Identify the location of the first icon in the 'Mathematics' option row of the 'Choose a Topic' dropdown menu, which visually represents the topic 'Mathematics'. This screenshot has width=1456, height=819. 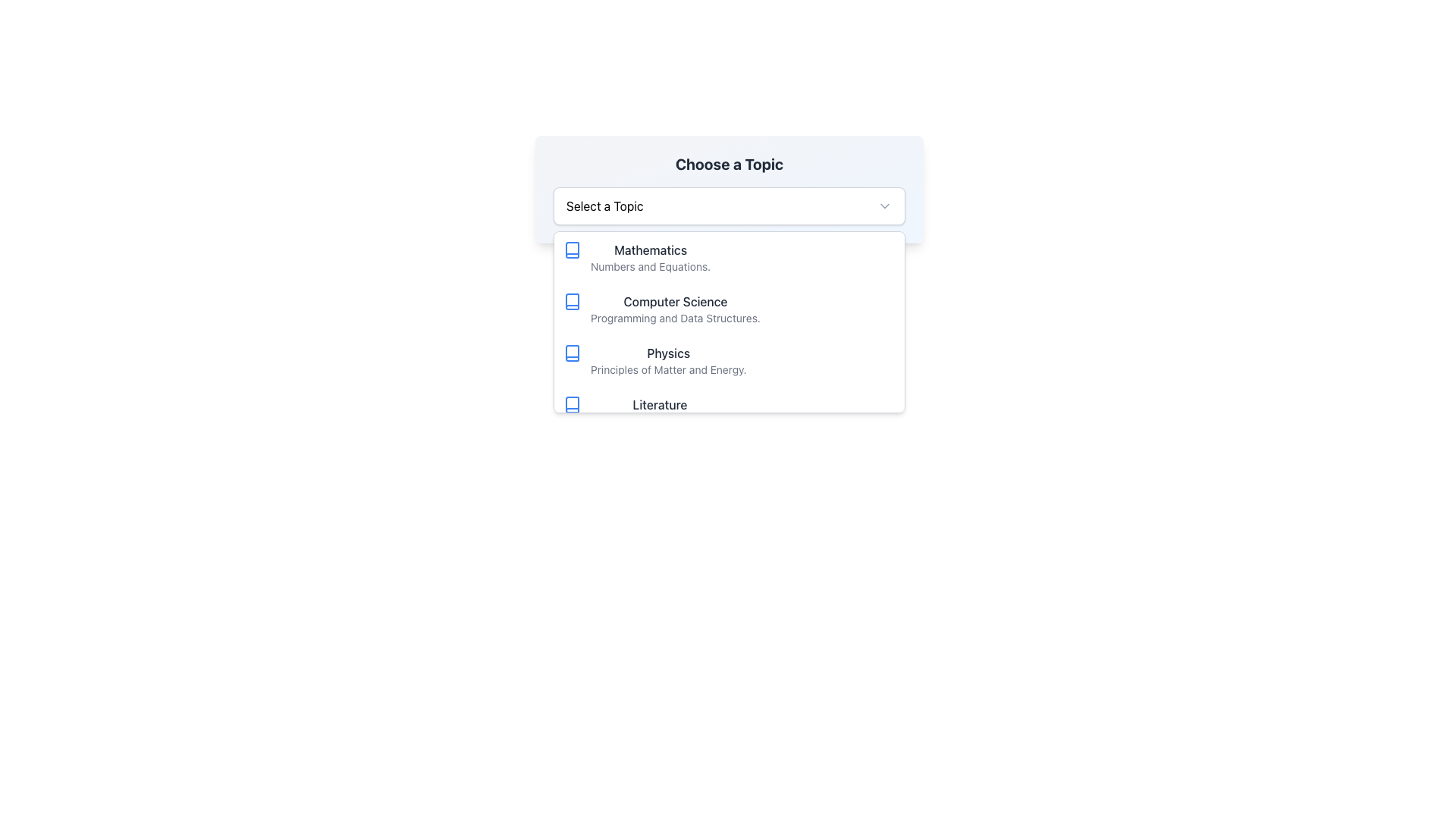
(571, 249).